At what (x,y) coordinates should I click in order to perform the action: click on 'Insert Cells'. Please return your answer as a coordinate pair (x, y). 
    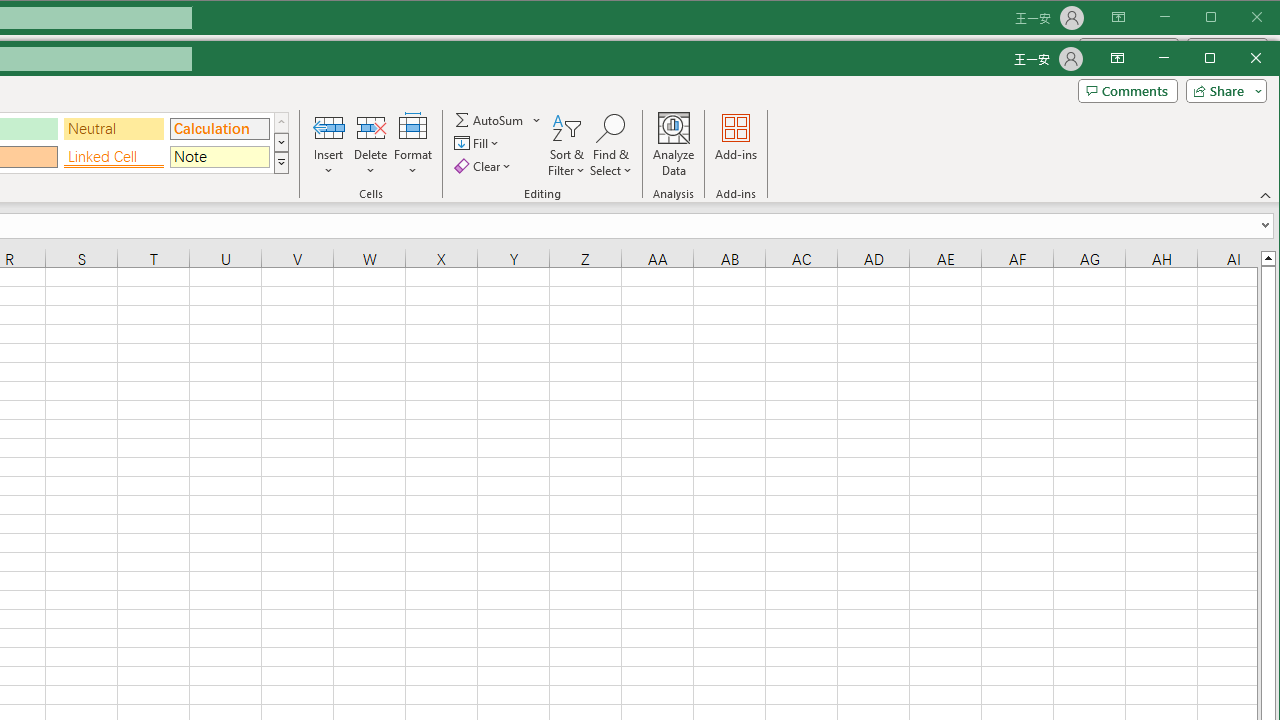
    Looking at the image, I should click on (328, 127).